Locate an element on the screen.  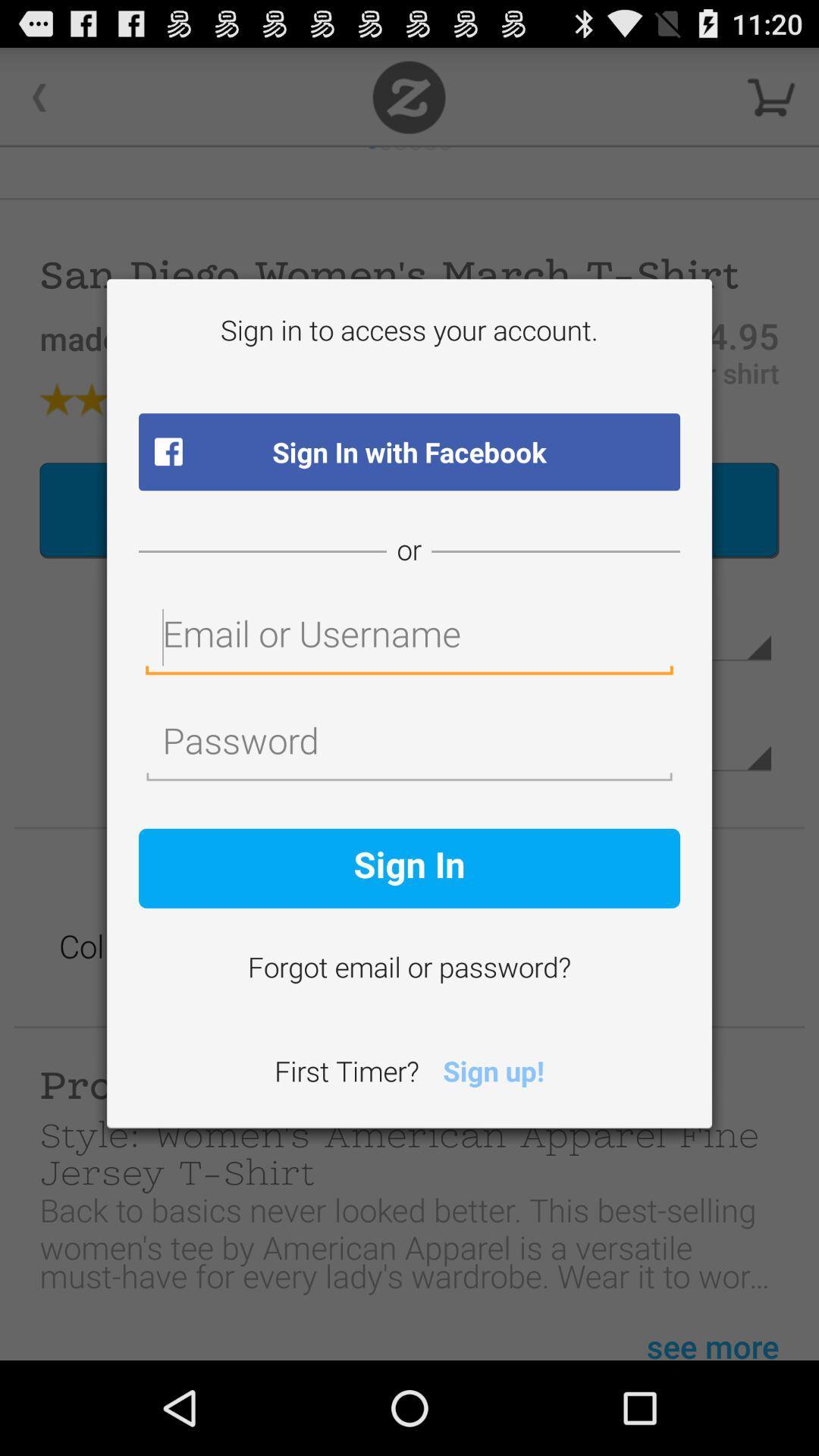
the item next to the first timer? icon is located at coordinates (494, 1073).